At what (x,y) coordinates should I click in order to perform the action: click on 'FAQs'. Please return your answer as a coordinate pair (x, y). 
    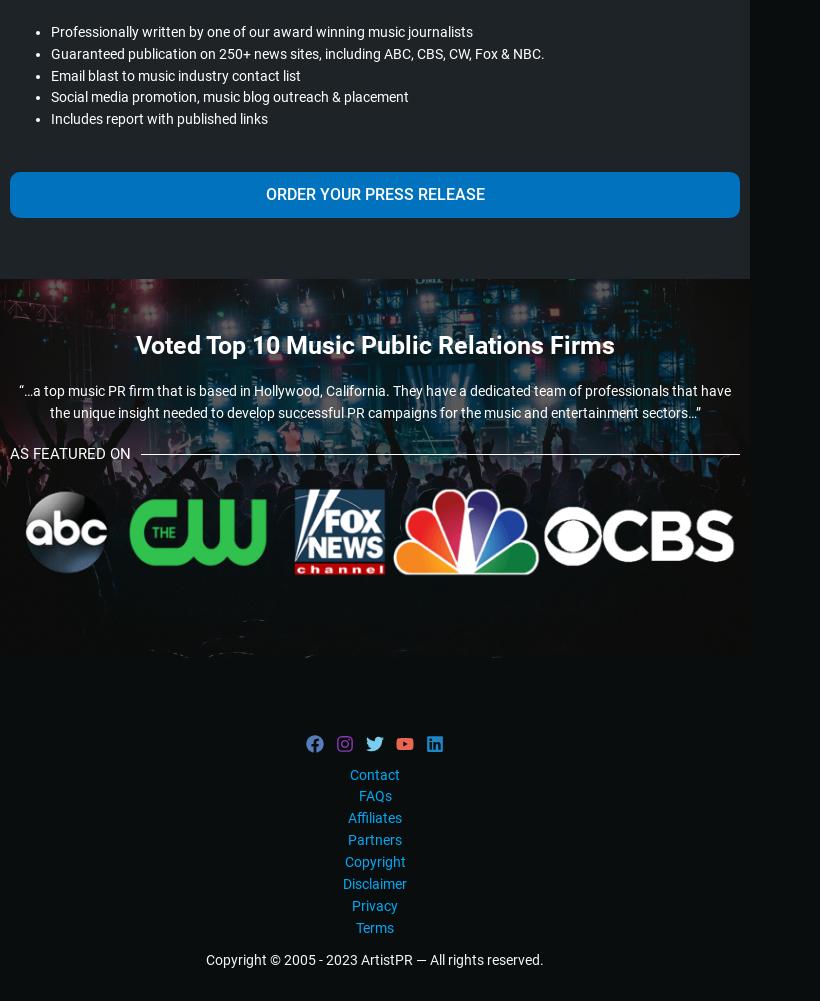
    Looking at the image, I should click on (374, 794).